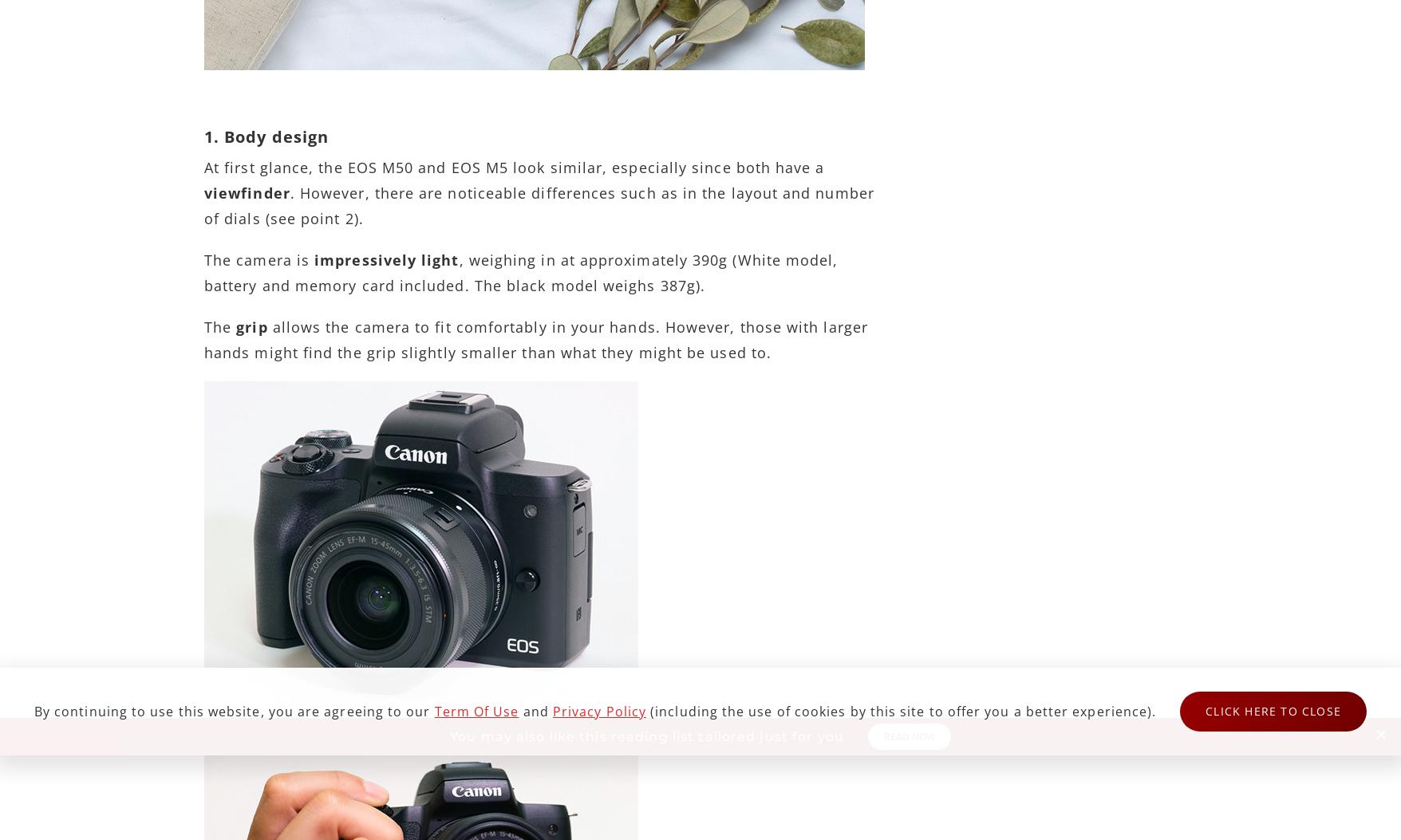 The width and height of the screenshot is (1401, 840). I want to click on '(including the use of cookies by this site to offer you a better experience).', so click(645, 711).